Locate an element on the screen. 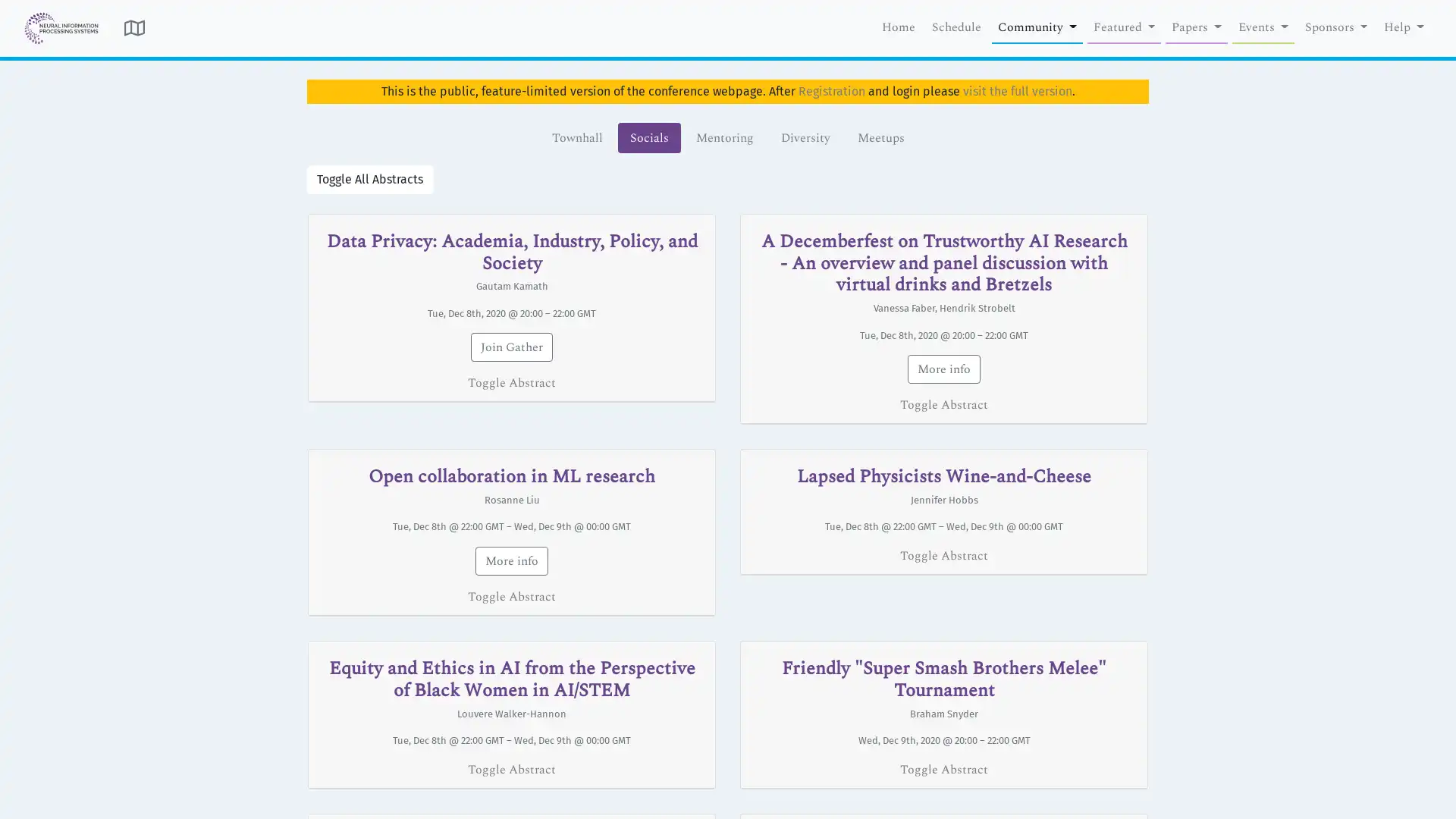 The image size is (1456, 819). Toggle Abstract is located at coordinates (943, 555).